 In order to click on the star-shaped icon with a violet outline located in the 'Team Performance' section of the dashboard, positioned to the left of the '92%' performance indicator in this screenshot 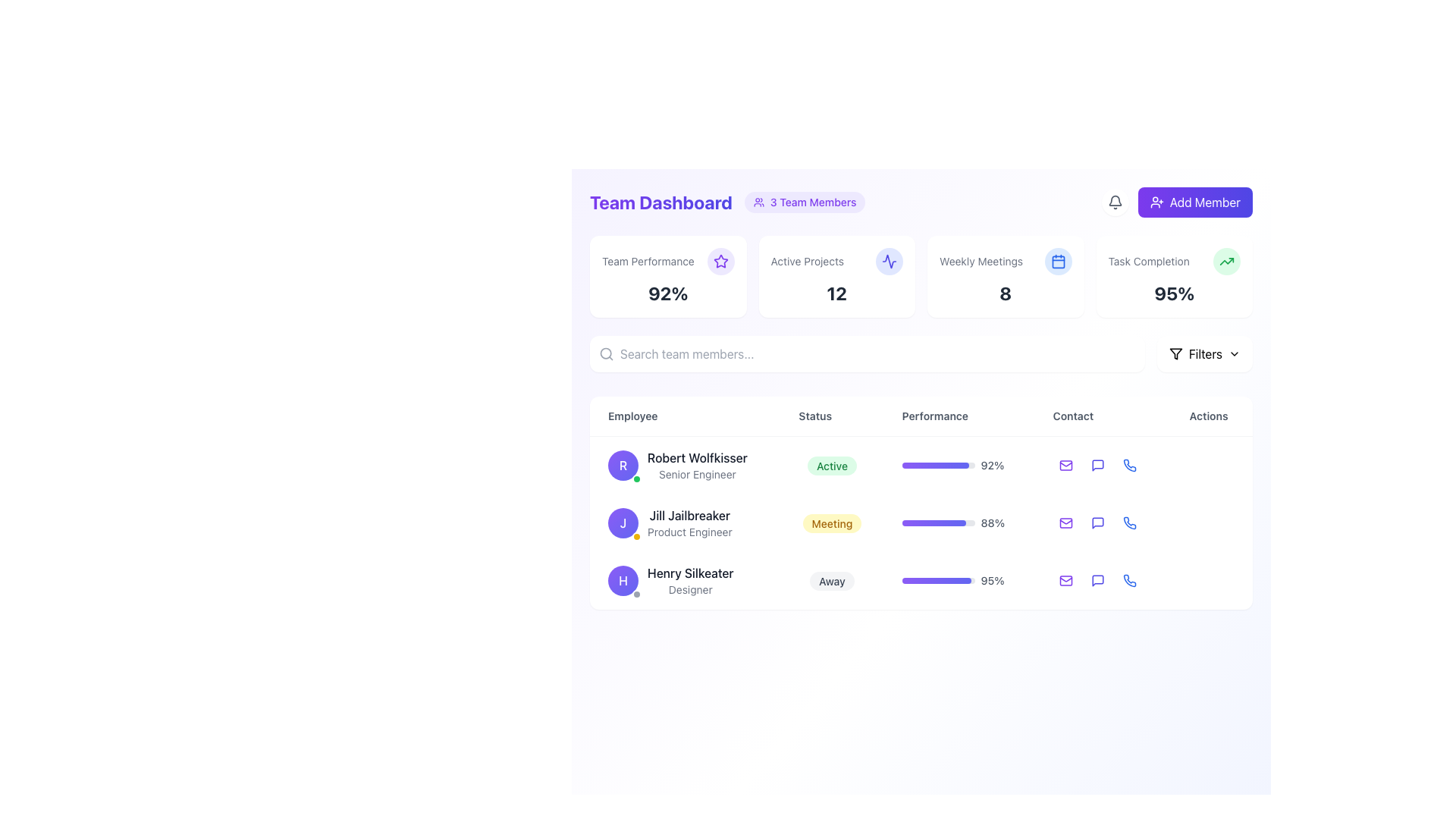, I will do `click(720, 260)`.